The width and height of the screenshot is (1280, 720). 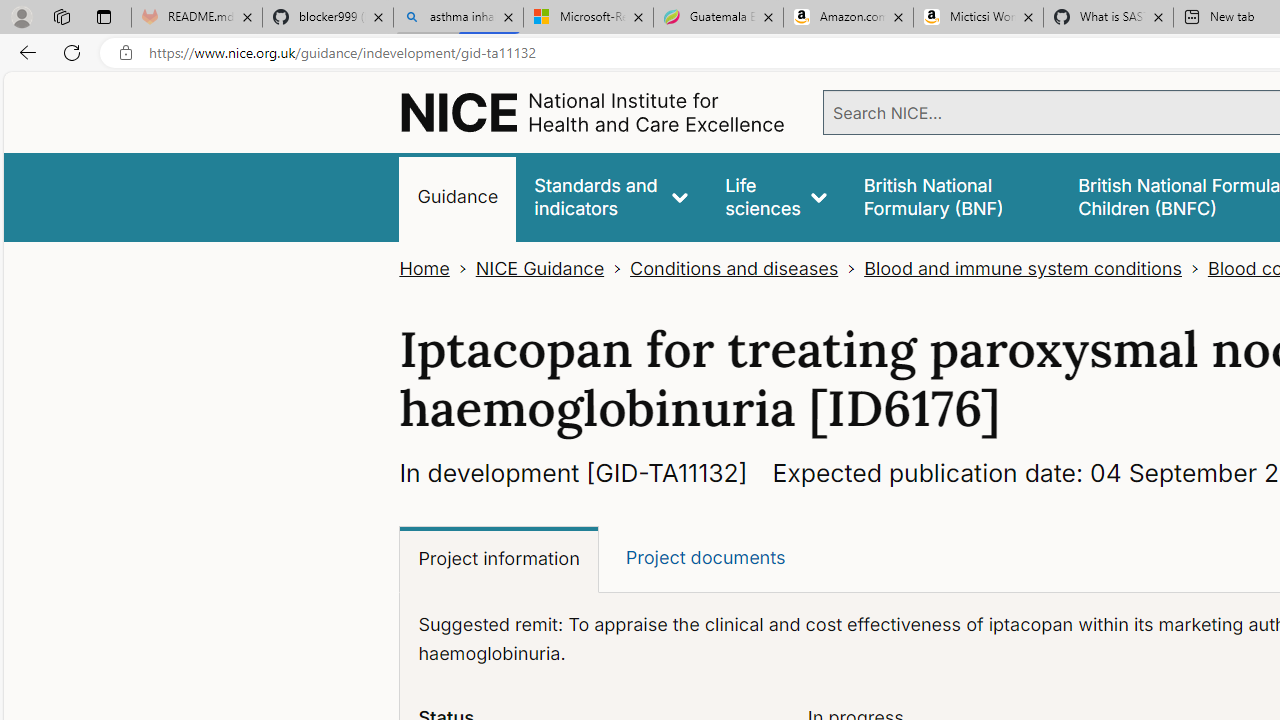 I want to click on 'Conditions and diseases', so click(x=733, y=268).